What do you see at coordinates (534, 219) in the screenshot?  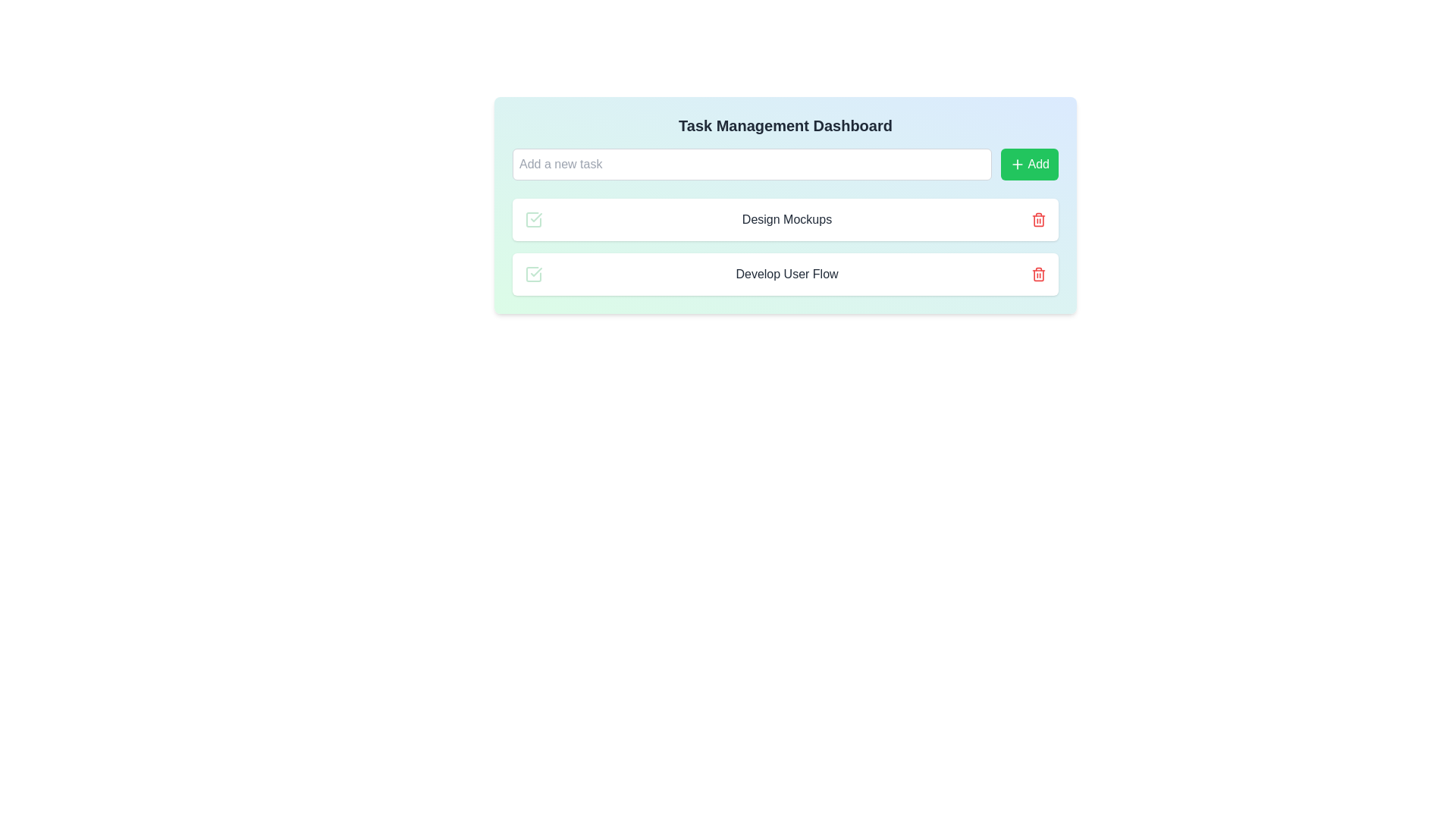 I see `the visual state of the first checkbox icon representing part of a checkbox, located to the left of the text labeled 'Design Mockups'` at bounding box center [534, 219].